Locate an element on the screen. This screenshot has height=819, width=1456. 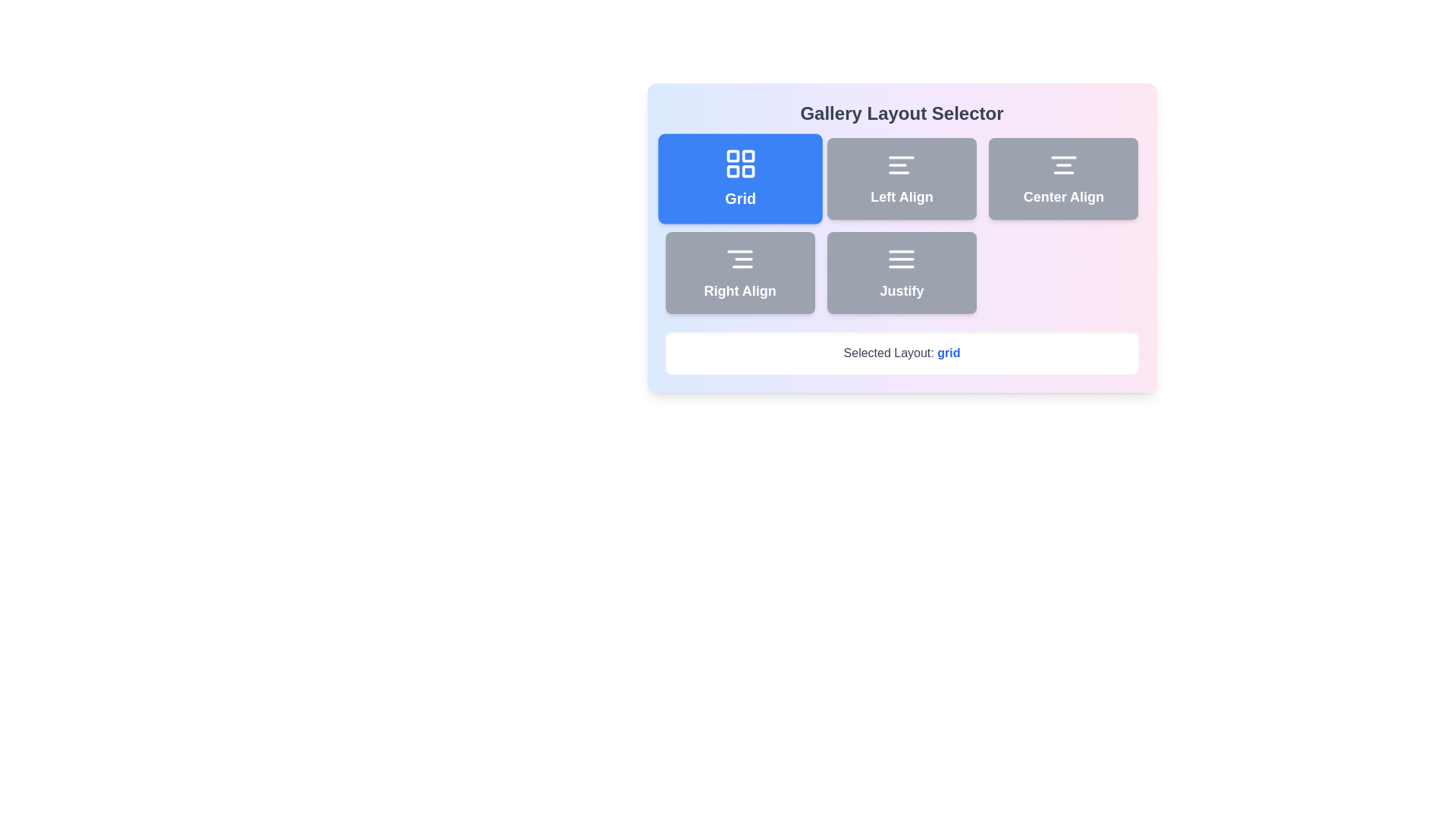
the 'Justify' alignment button located in the bottom right corner of the 2x3 grid layout is located at coordinates (902, 271).